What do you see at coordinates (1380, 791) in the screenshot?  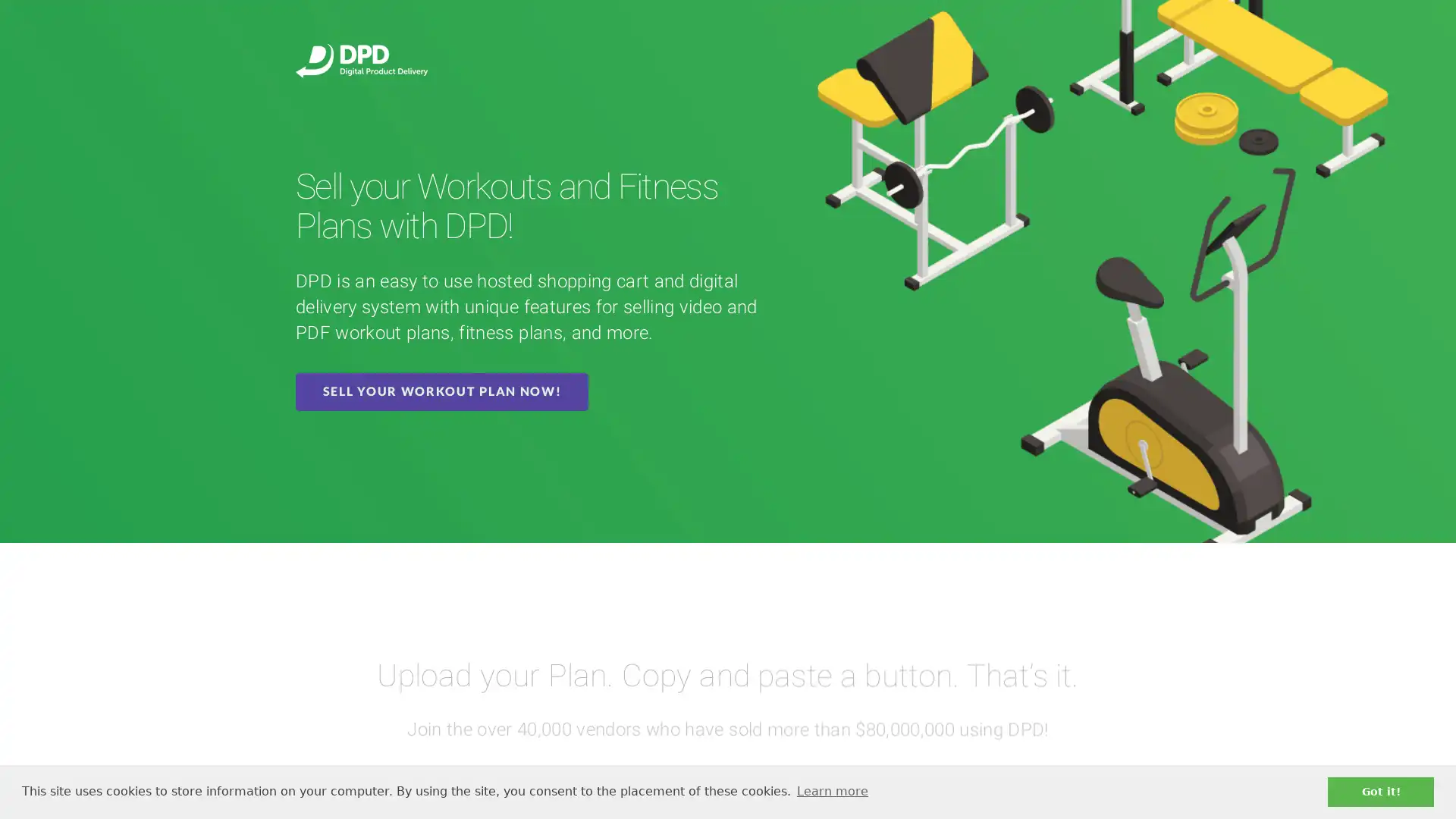 I see `dismiss cookie message` at bounding box center [1380, 791].